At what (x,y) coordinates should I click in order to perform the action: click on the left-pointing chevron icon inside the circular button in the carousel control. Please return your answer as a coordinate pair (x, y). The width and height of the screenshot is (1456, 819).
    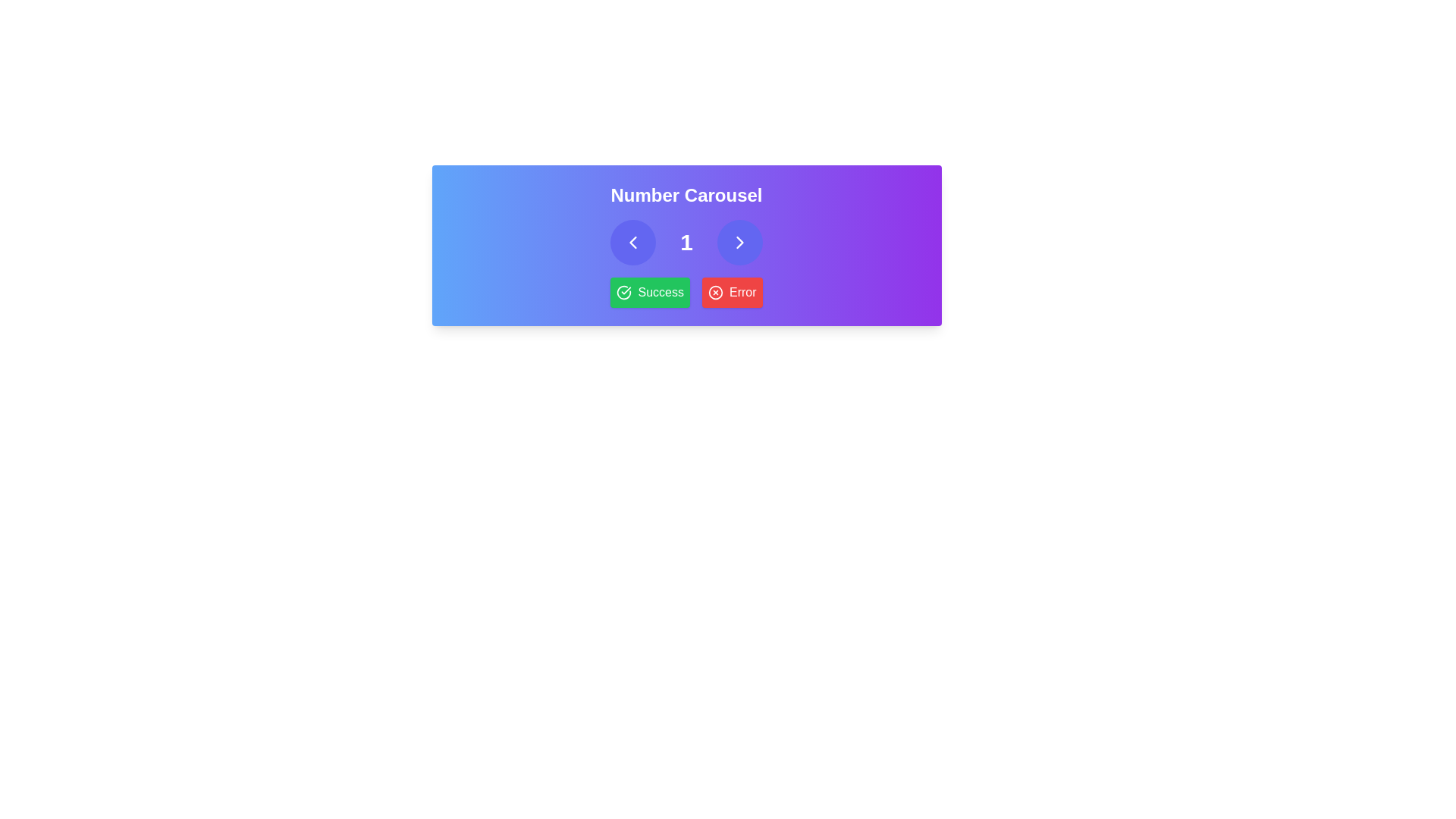
    Looking at the image, I should click on (633, 242).